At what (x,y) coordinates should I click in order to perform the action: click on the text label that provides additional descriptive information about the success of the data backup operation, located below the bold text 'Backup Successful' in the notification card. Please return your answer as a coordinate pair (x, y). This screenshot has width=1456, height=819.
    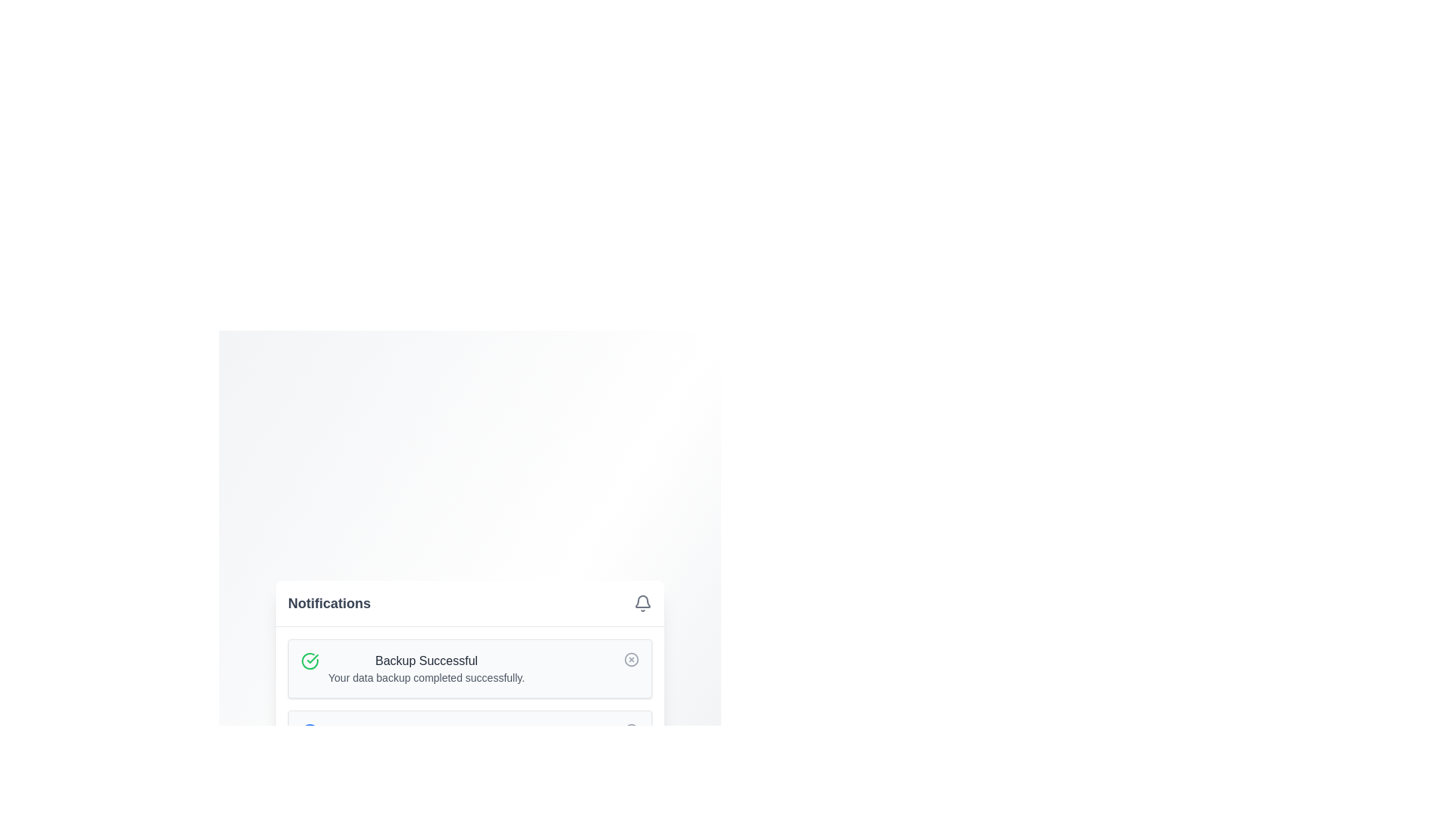
    Looking at the image, I should click on (425, 677).